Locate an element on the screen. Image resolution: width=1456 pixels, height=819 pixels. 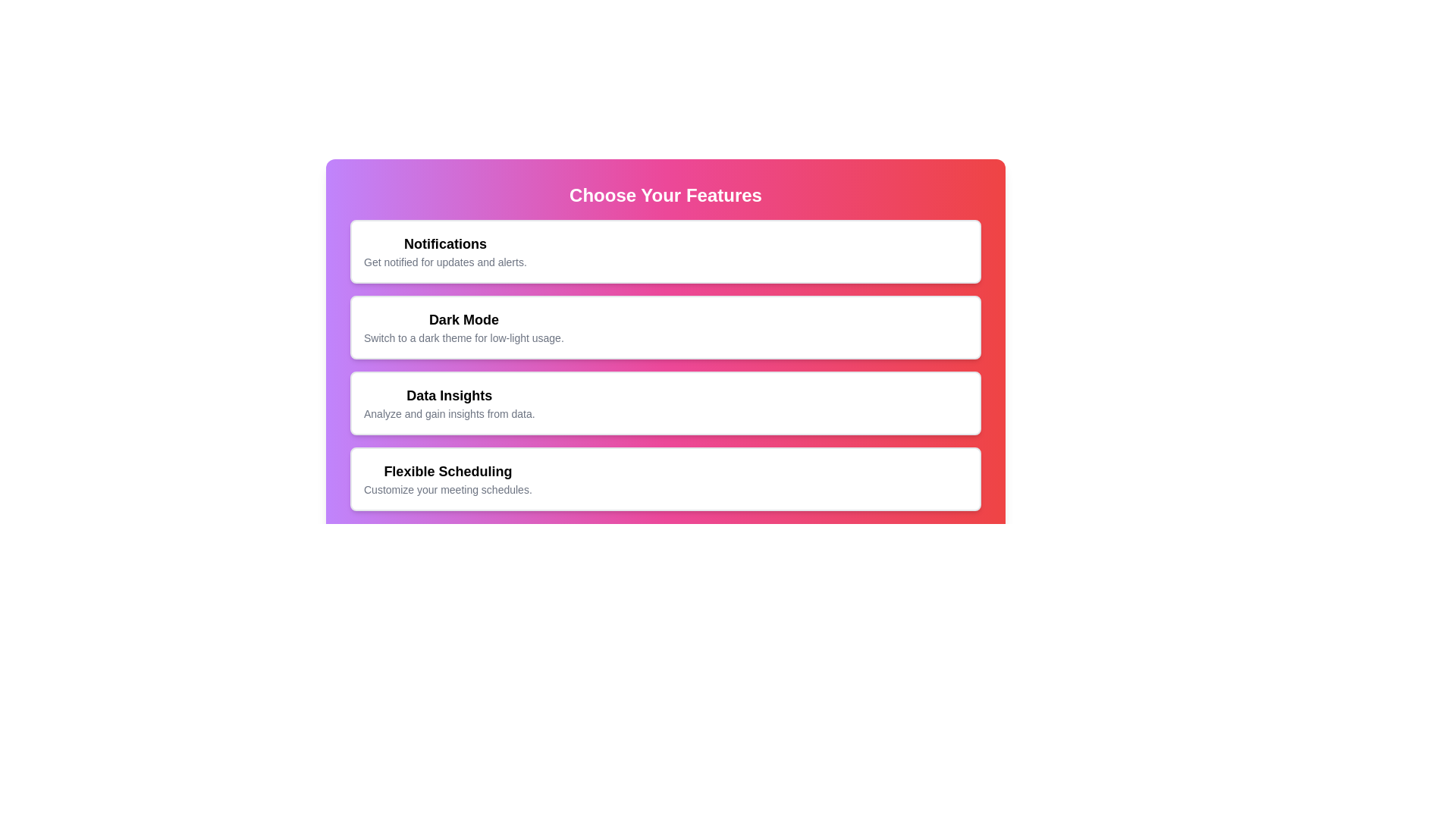
the 'Data Insights' interactive card, which is the third card in a vertical list of four cards, positioned between 'Dark Mode' and 'Flexible Scheduling' is located at coordinates (666, 403).